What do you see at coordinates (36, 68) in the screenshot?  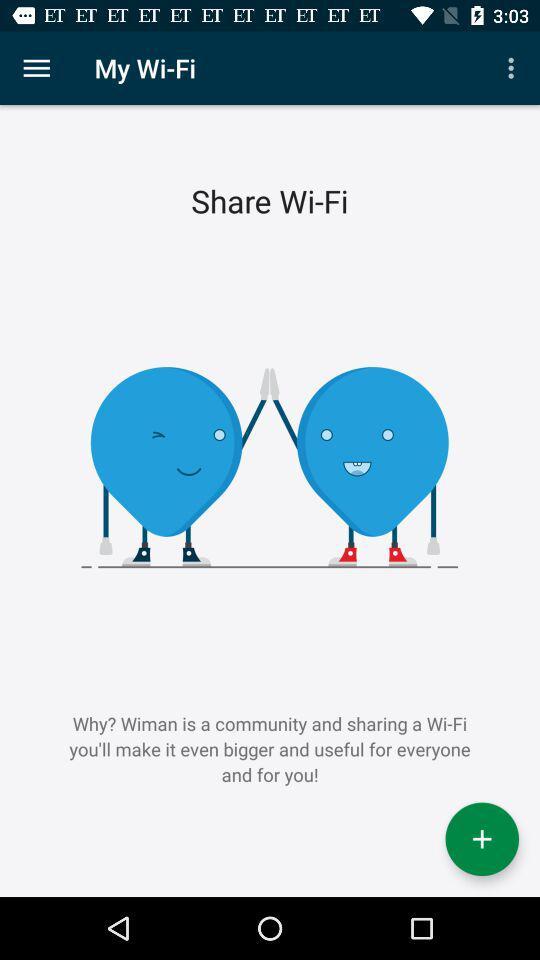 I see `the item to the left of the my wi-fi icon` at bounding box center [36, 68].